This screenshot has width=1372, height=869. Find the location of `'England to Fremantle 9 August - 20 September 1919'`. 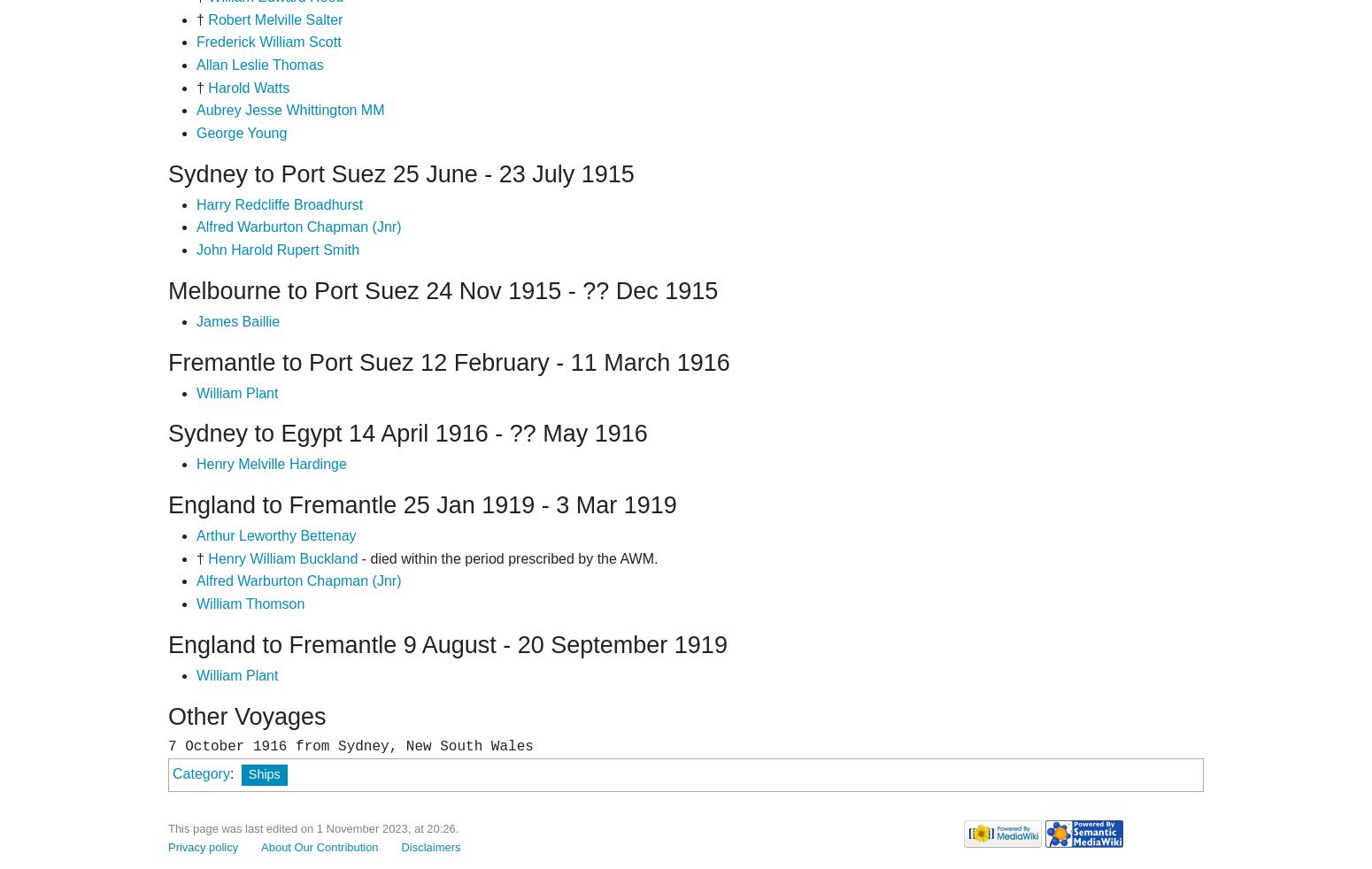

'England to Fremantle 9 August - 20 September 1919' is located at coordinates (446, 642).